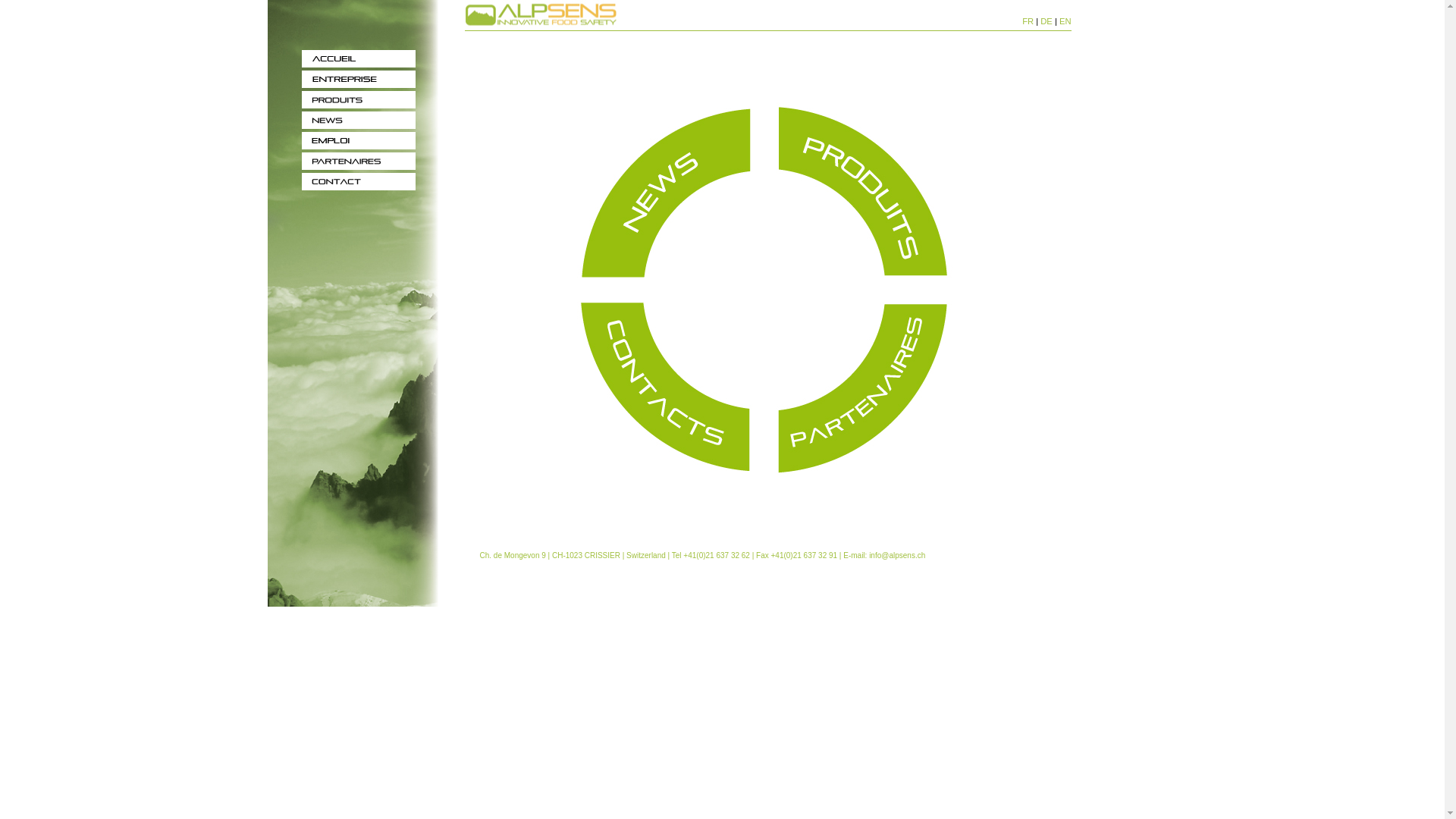 This screenshot has width=1456, height=819. What do you see at coordinates (1046, 20) in the screenshot?
I see `'DE'` at bounding box center [1046, 20].